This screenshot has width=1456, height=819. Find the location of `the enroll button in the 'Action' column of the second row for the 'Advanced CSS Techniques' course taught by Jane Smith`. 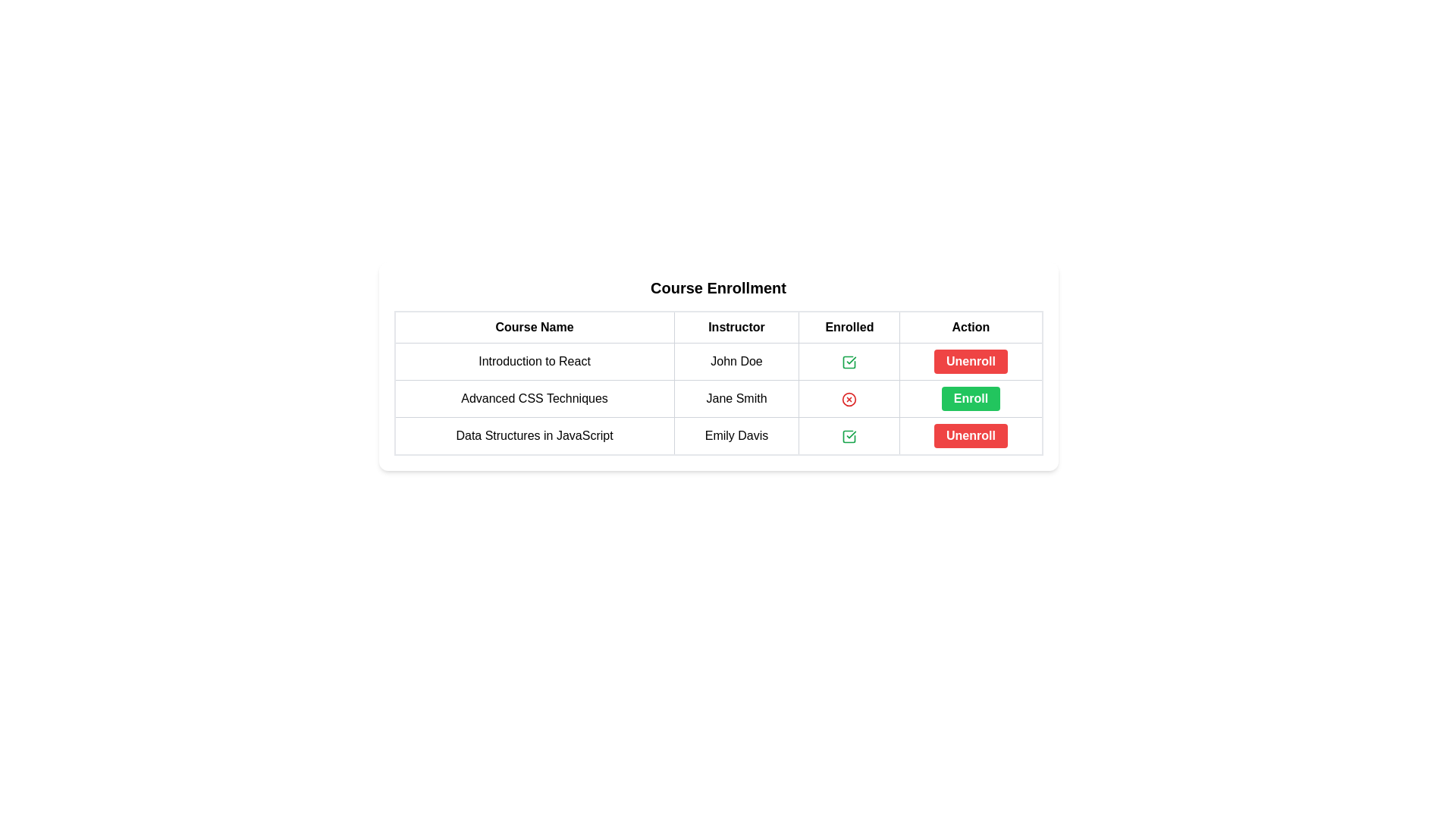

the enroll button in the 'Action' column of the second row for the 'Advanced CSS Techniques' course taught by Jane Smith is located at coordinates (971, 397).